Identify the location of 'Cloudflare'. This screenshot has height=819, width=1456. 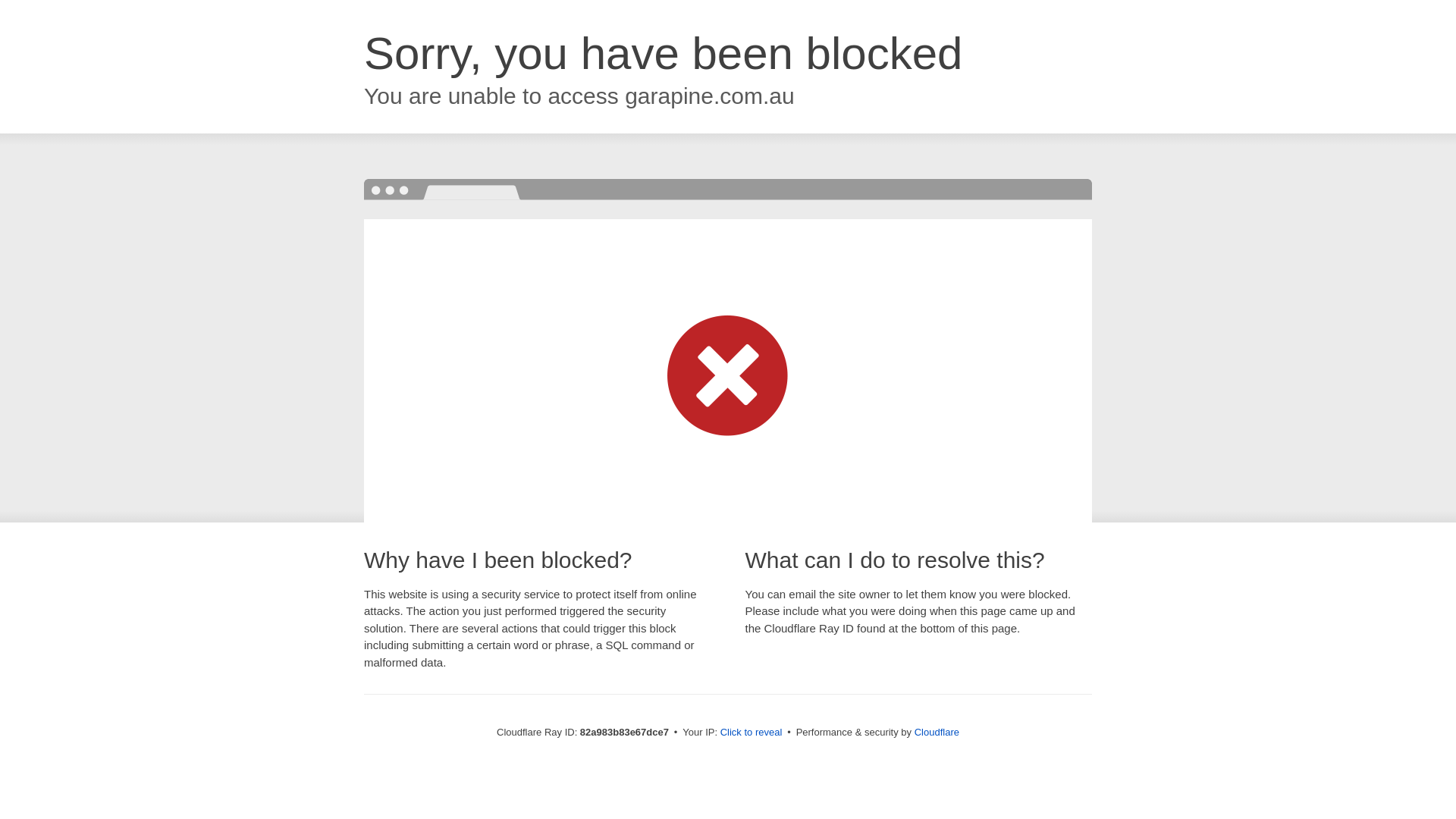
(936, 731).